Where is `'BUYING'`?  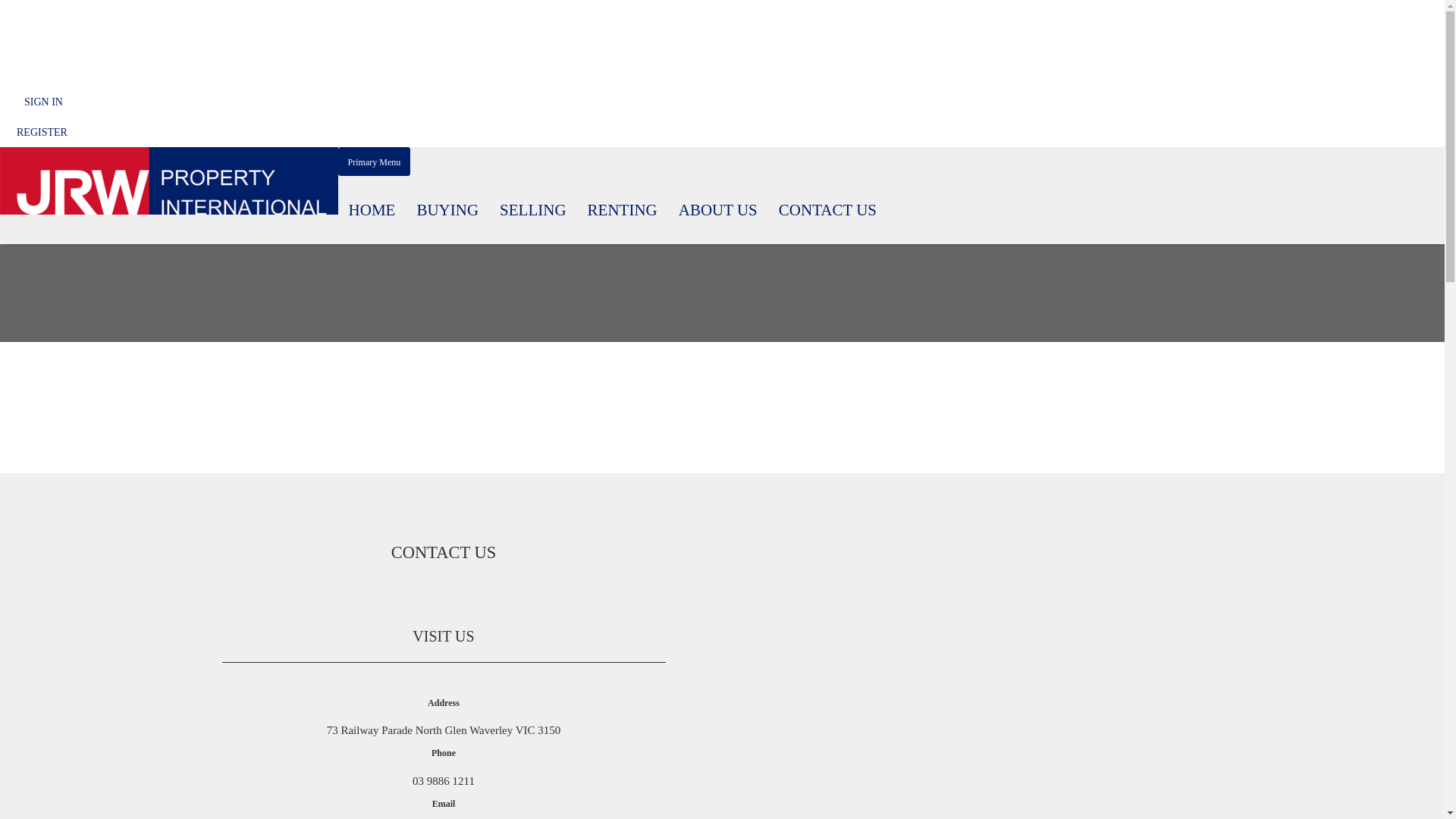 'BUYING' is located at coordinates (447, 210).